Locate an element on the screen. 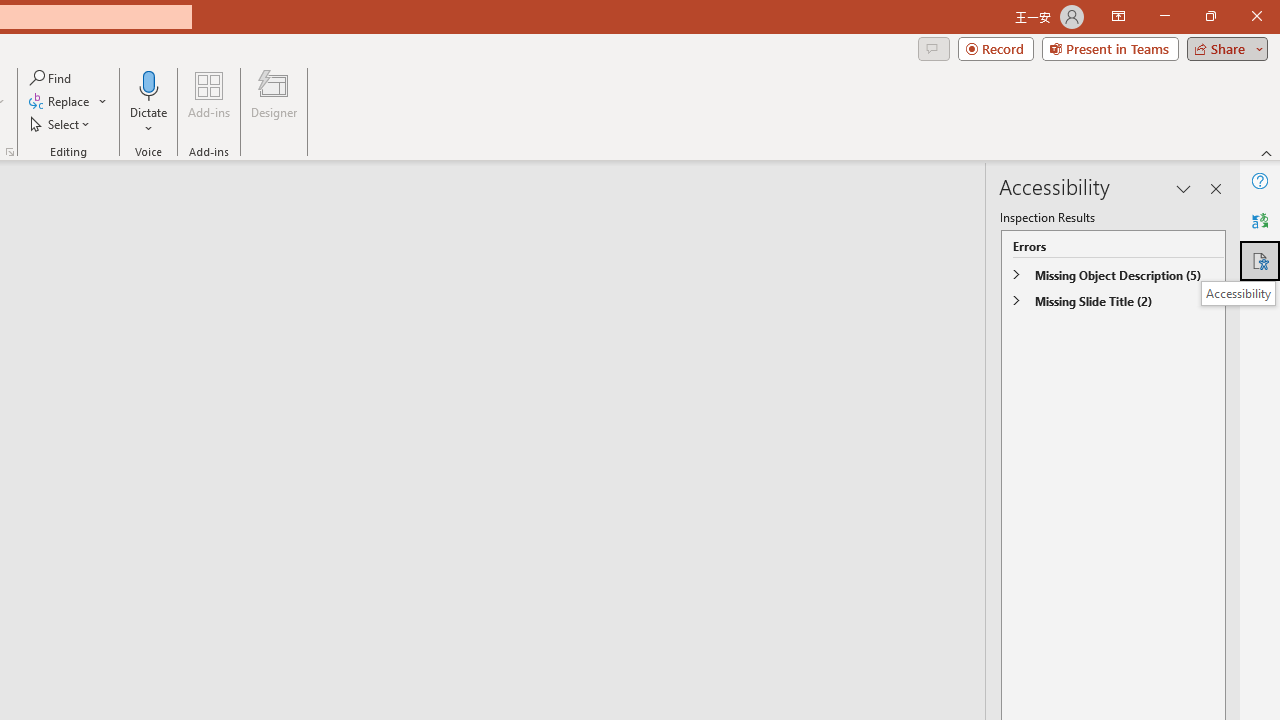 This screenshot has width=1280, height=720. 'Select' is located at coordinates (61, 124).